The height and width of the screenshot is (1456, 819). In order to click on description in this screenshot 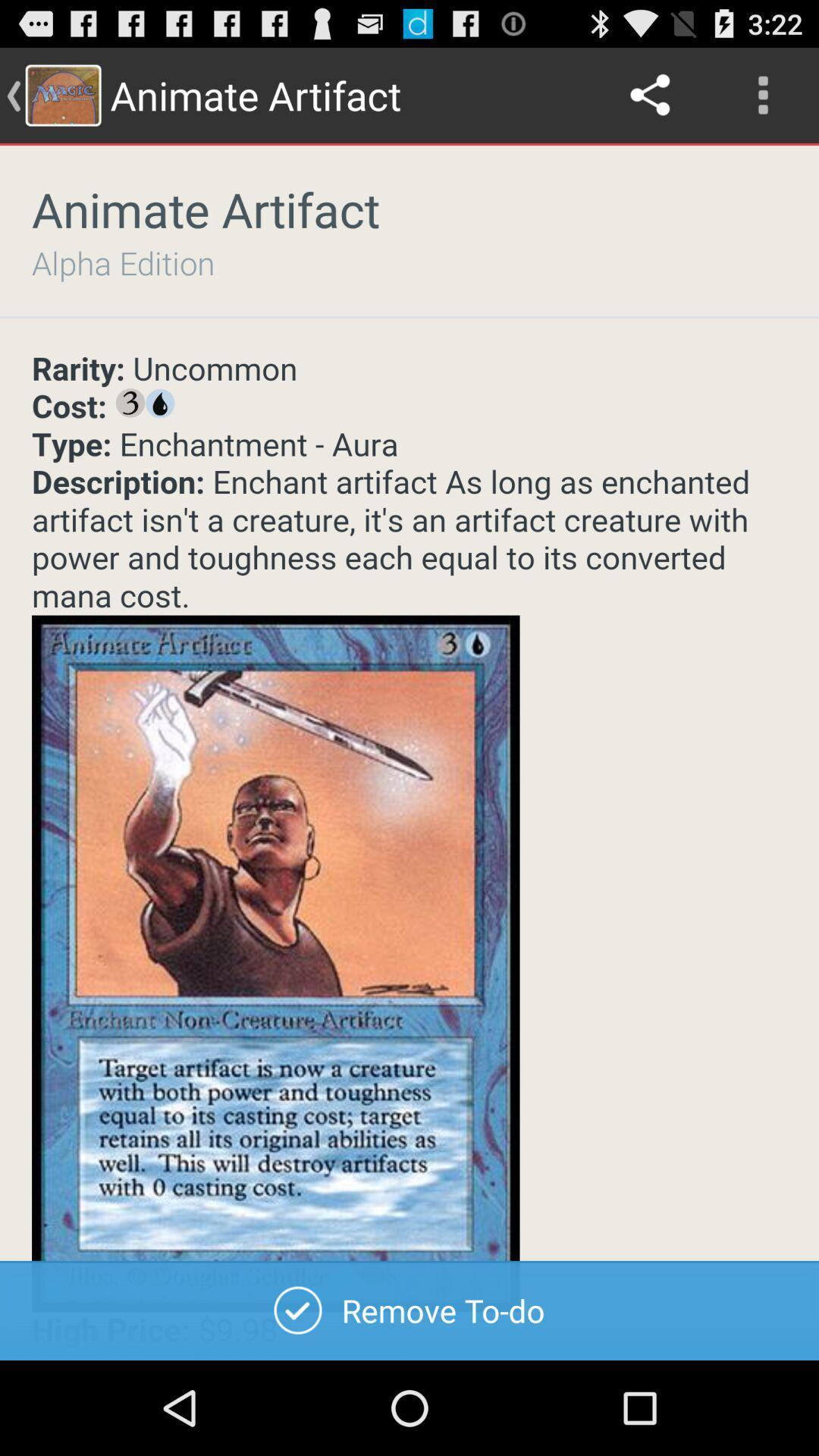, I will do `click(409, 855)`.